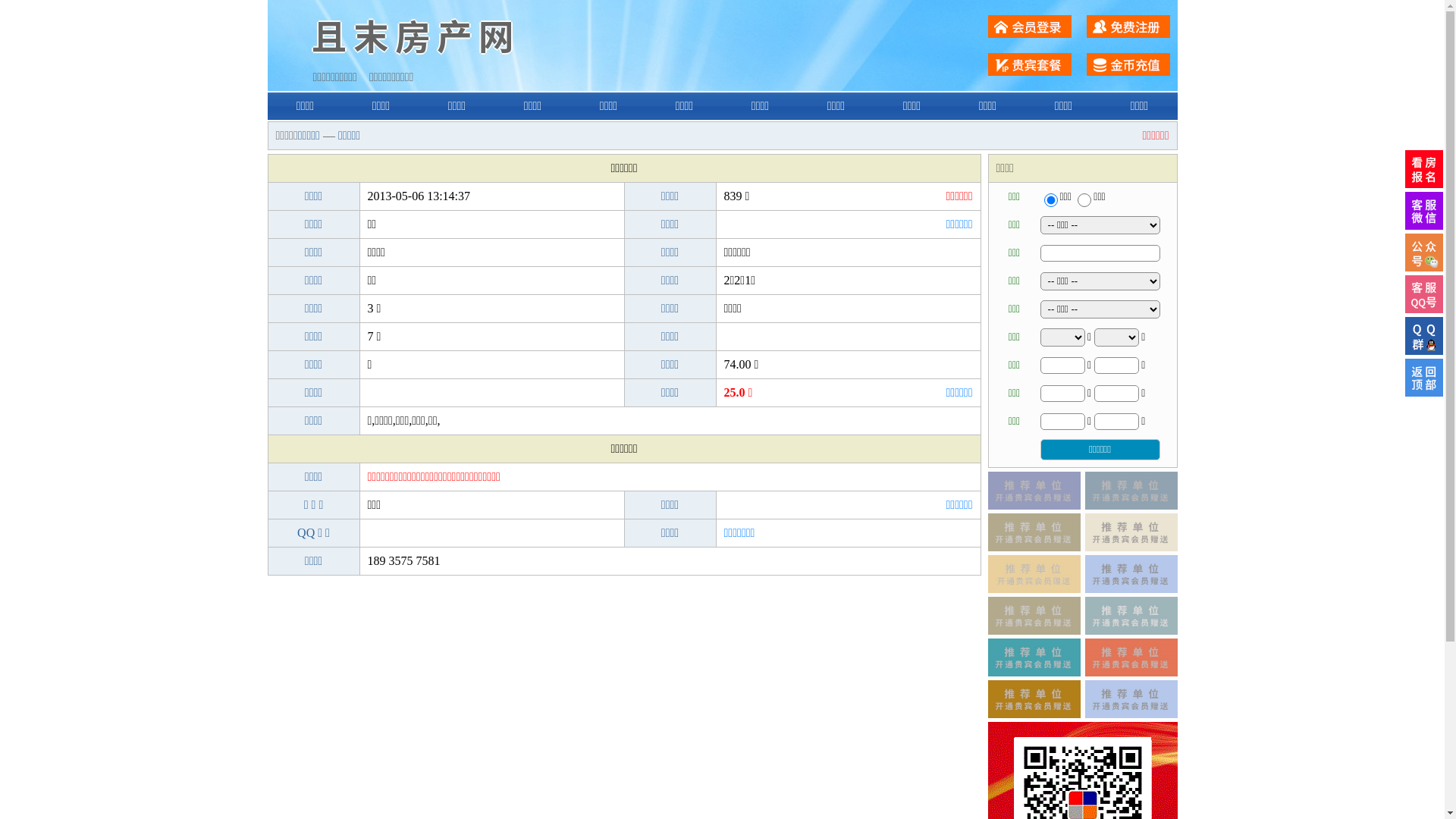  Describe the element at coordinates (1043, 199) in the screenshot. I see `'ershou'` at that location.